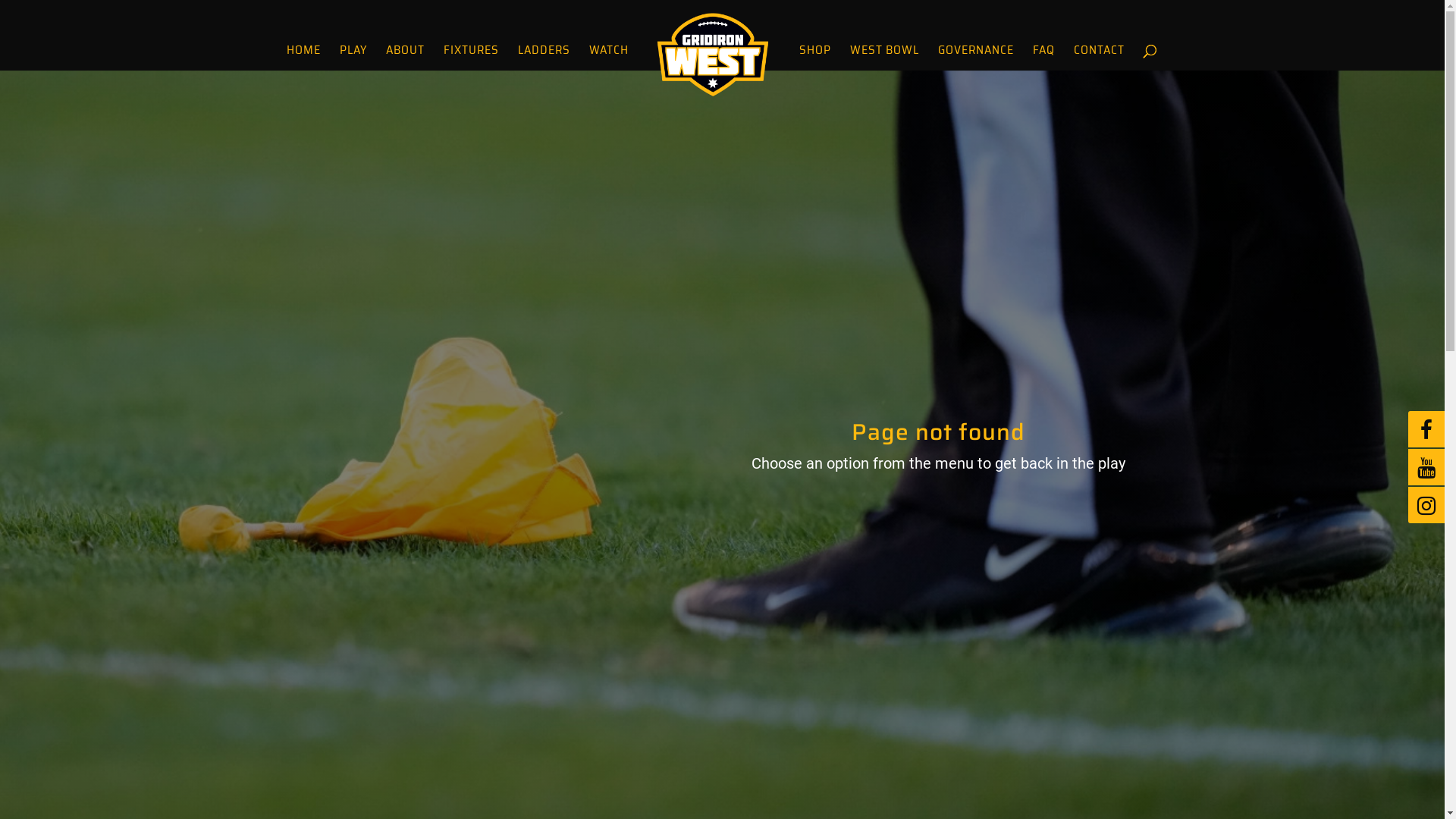  Describe the element at coordinates (543, 57) in the screenshot. I see `'LADDERS'` at that location.